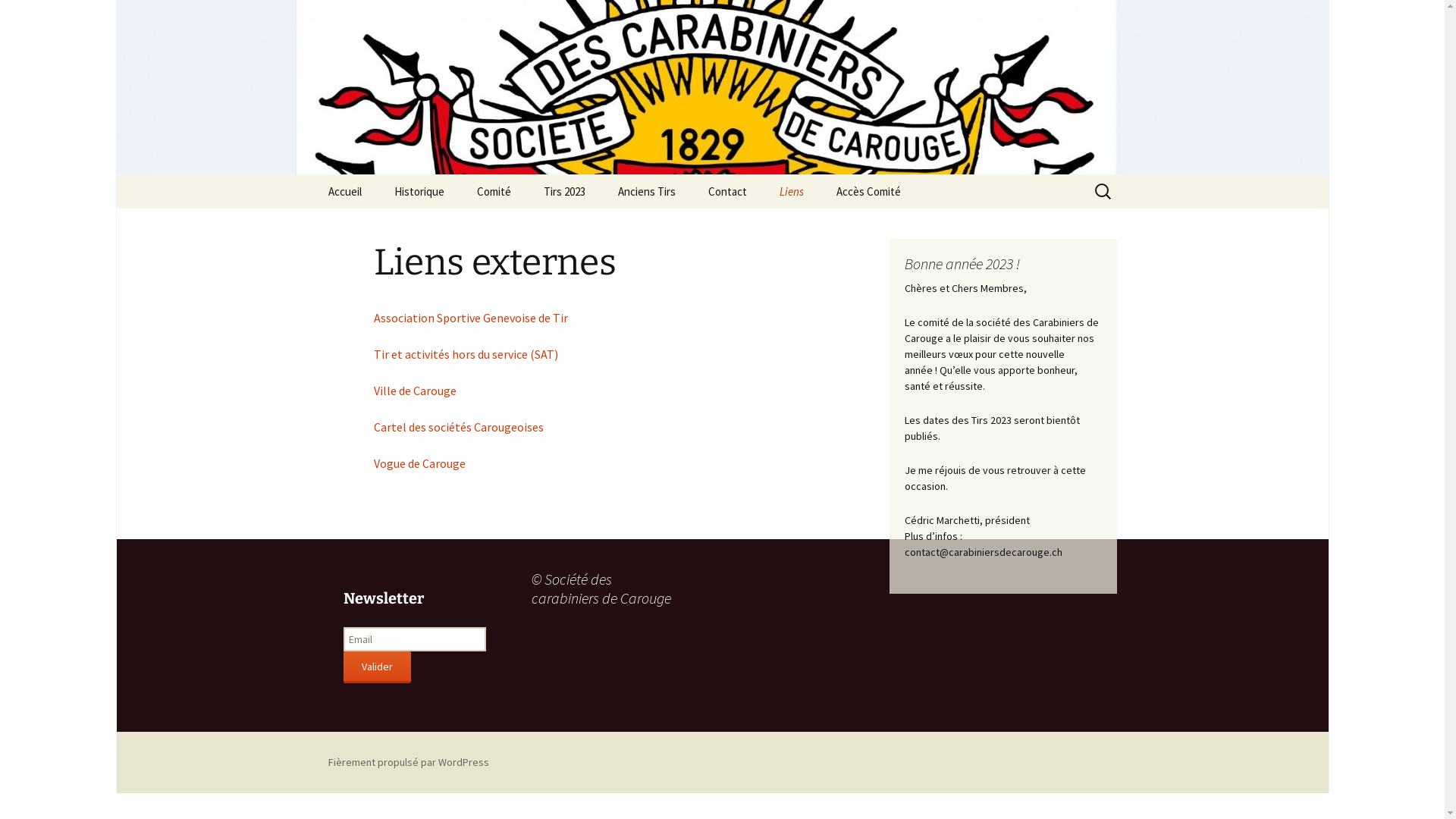 The width and height of the screenshot is (1456, 819). I want to click on 'Tirs 2022', so click(676, 225).